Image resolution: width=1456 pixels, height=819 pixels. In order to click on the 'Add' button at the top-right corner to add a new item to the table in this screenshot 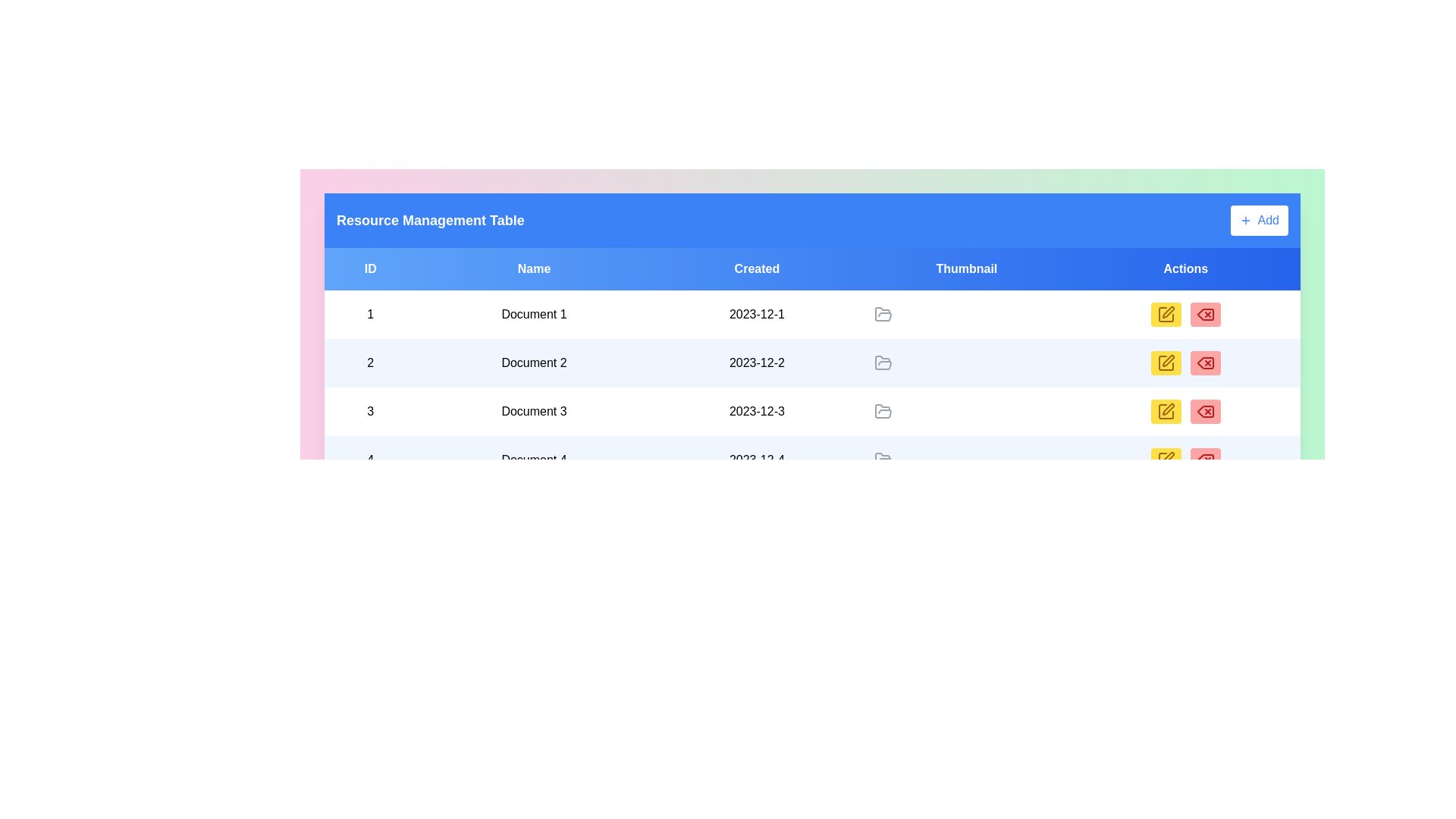, I will do `click(1259, 220)`.